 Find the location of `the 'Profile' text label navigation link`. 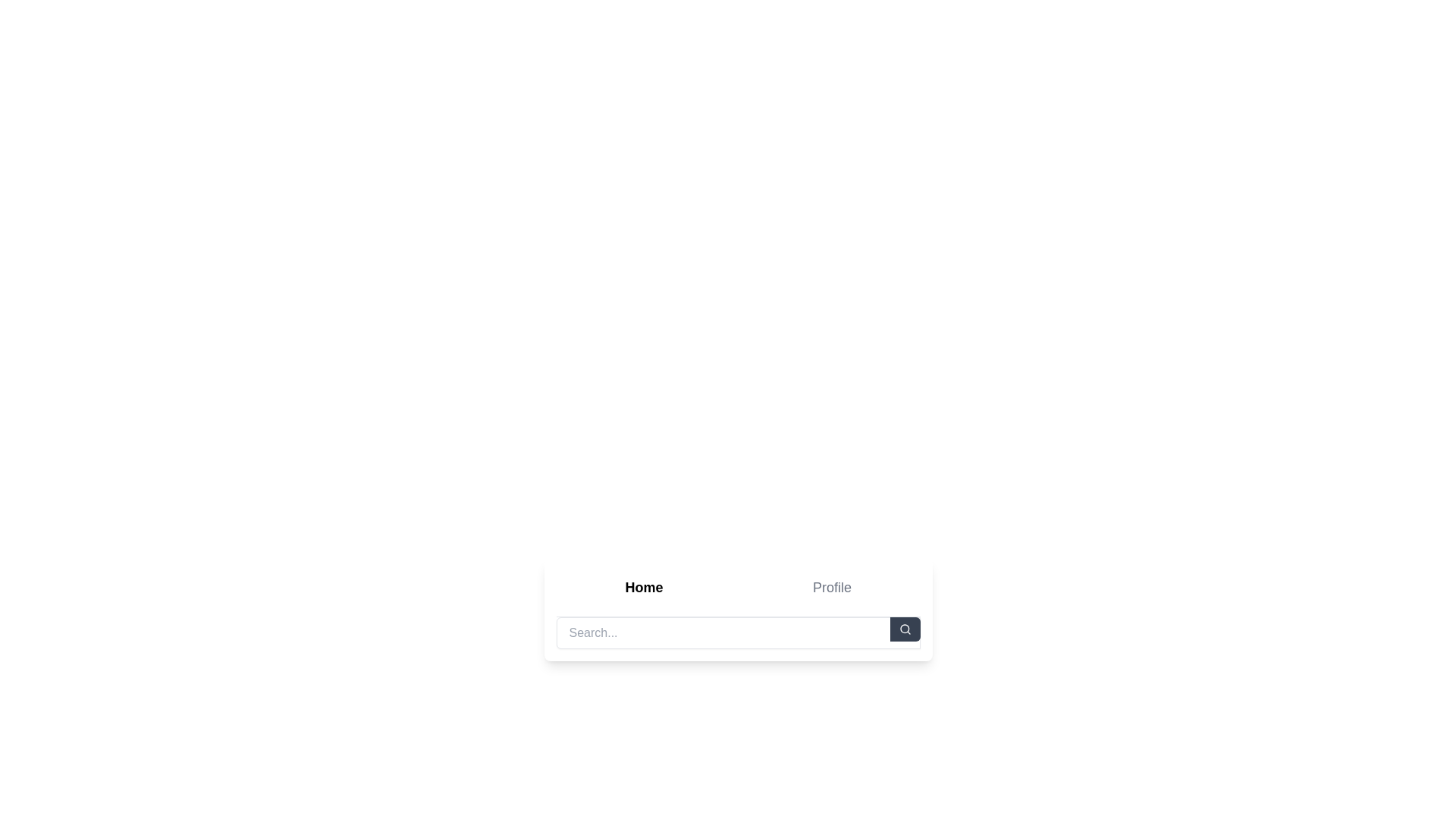

the 'Profile' text label navigation link is located at coordinates (831, 587).